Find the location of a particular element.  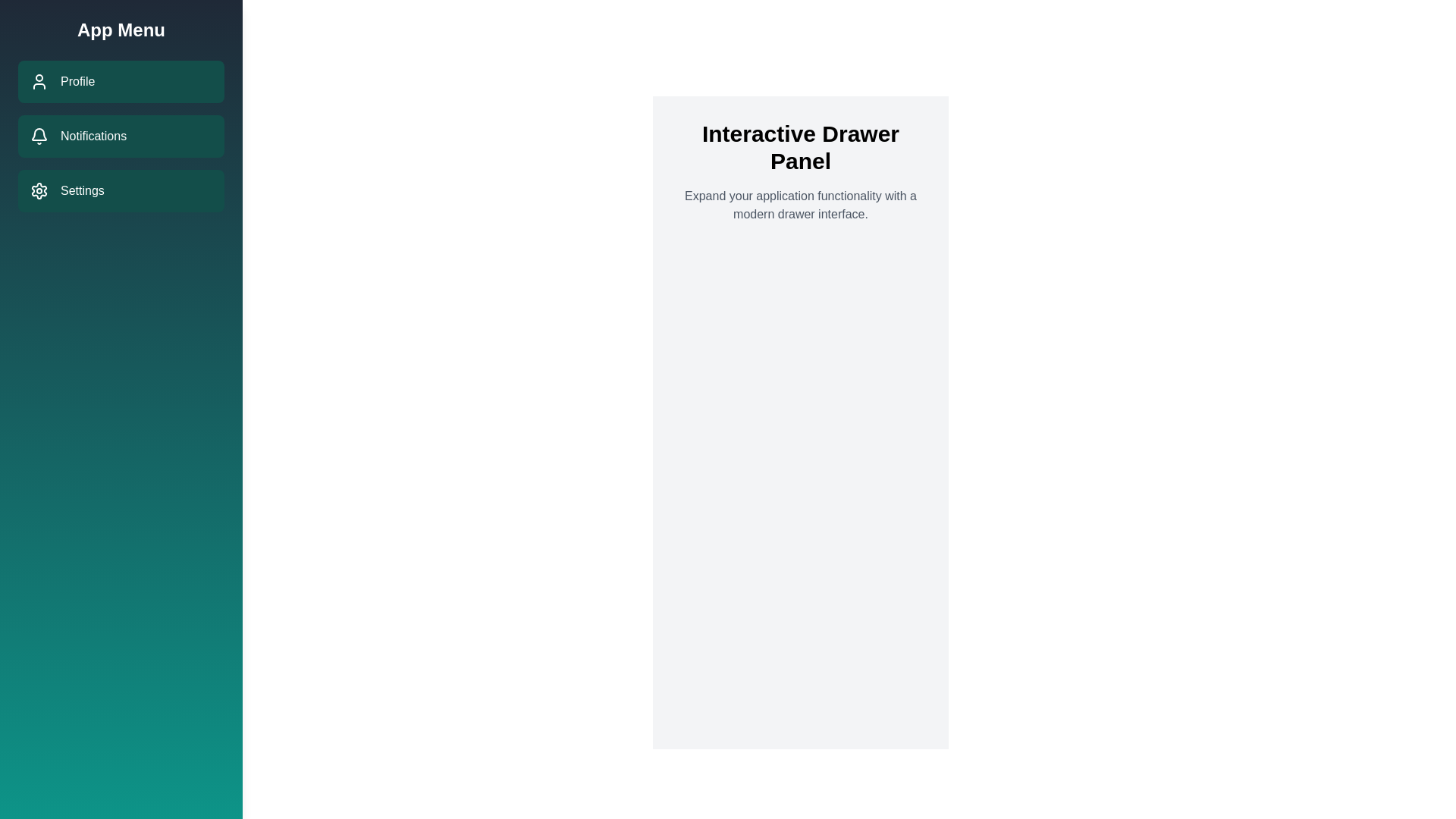

the toggle button at the top-left corner to toggle the drawer panel visibility is located at coordinates (30, 30).